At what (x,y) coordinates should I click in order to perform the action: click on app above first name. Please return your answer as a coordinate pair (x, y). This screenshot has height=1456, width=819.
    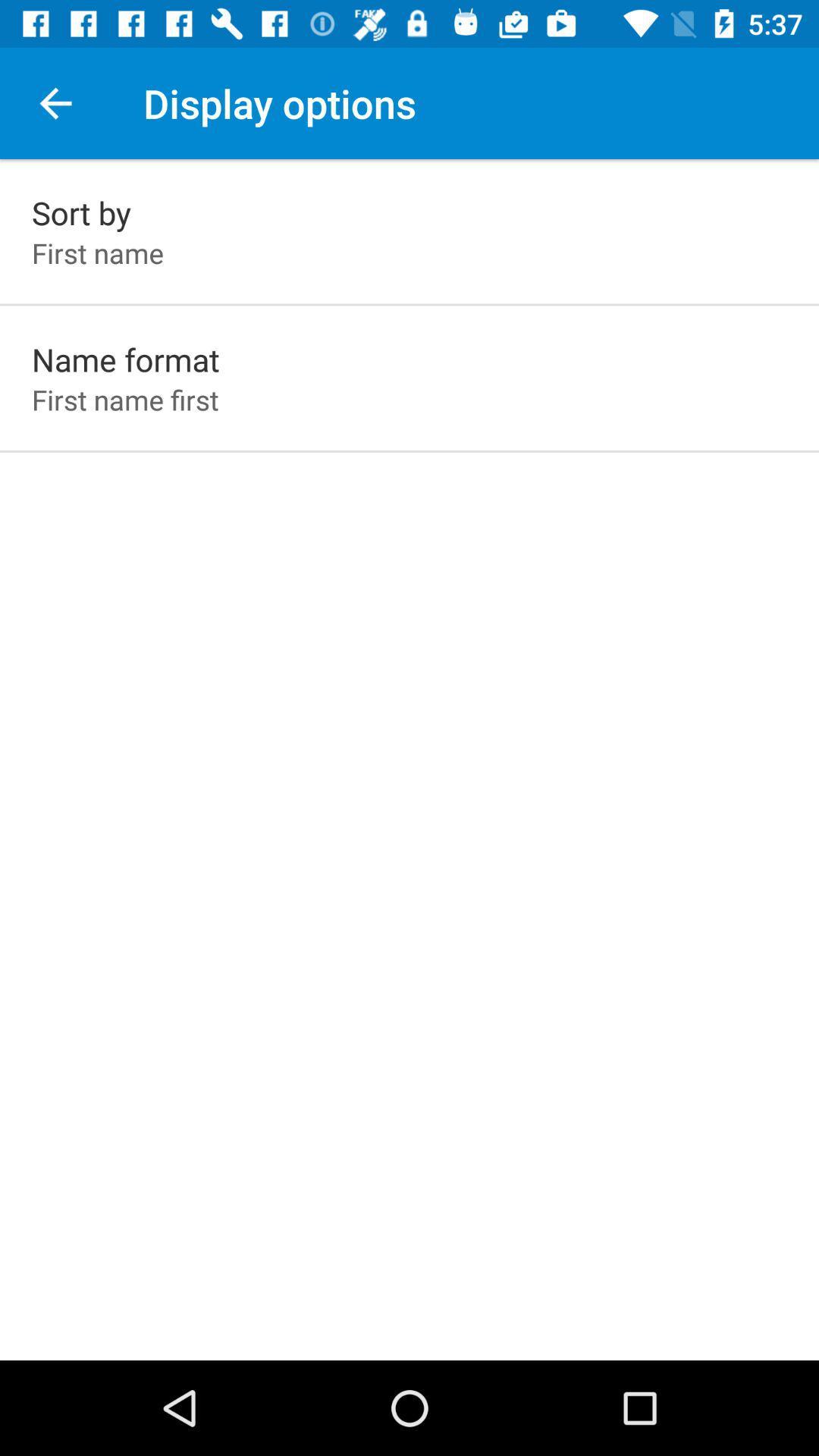
    Looking at the image, I should click on (81, 212).